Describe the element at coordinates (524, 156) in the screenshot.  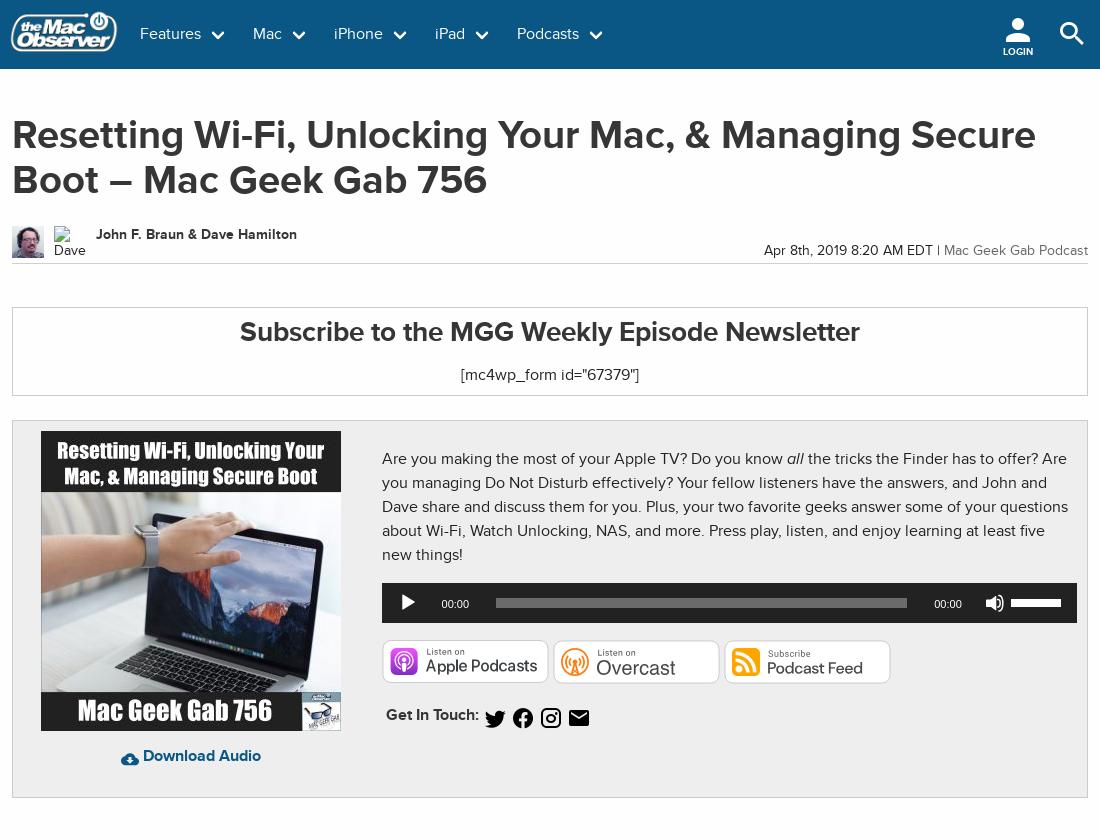
I see `'Resetting Wi-Fi, Unlocking Your Mac, & Managing Secure Boot – Mac Geek Gab 756'` at that location.